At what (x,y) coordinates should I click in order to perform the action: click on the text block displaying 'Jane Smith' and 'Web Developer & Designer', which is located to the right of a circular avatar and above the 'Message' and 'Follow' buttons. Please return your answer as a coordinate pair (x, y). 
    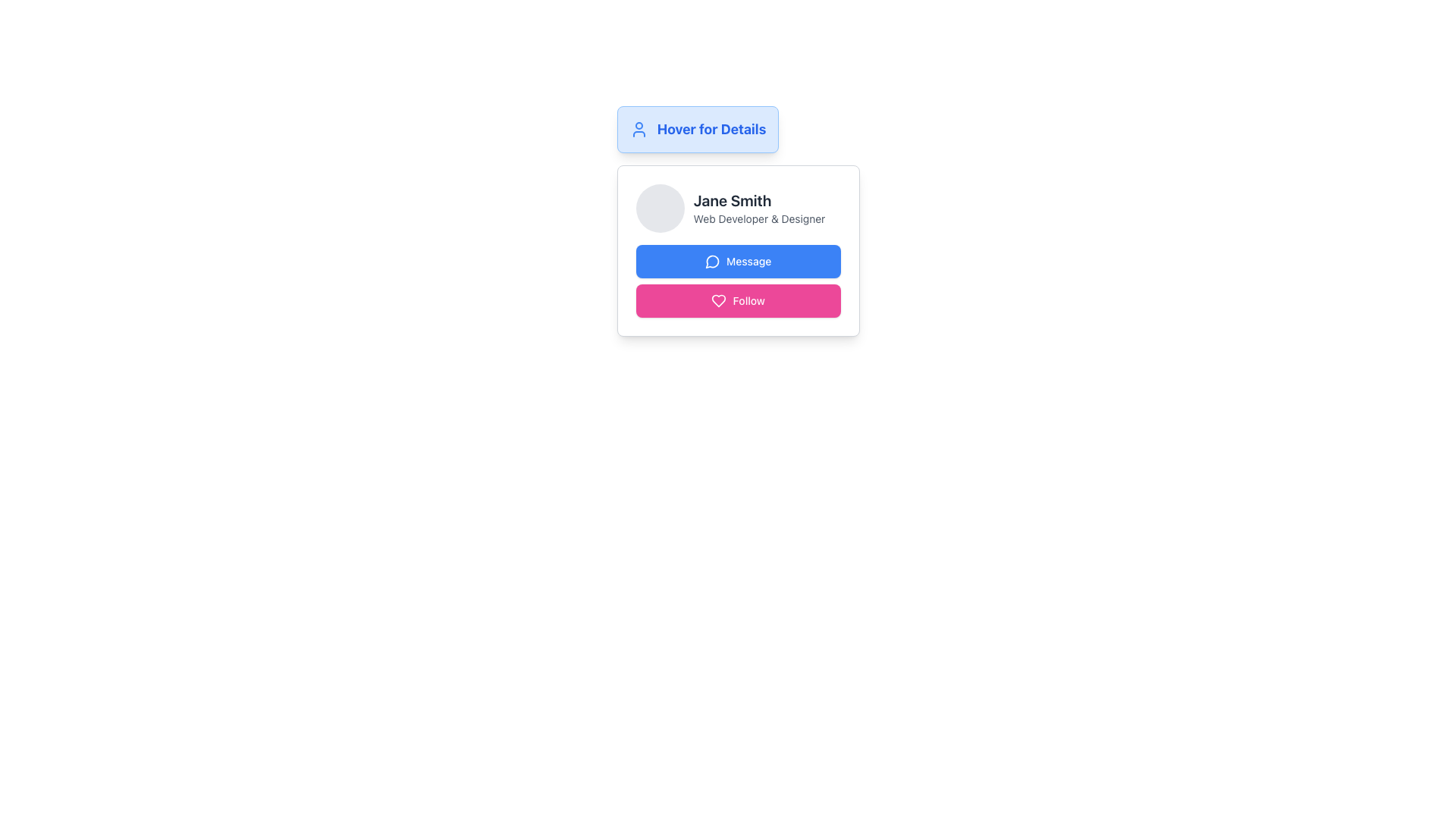
    Looking at the image, I should click on (759, 208).